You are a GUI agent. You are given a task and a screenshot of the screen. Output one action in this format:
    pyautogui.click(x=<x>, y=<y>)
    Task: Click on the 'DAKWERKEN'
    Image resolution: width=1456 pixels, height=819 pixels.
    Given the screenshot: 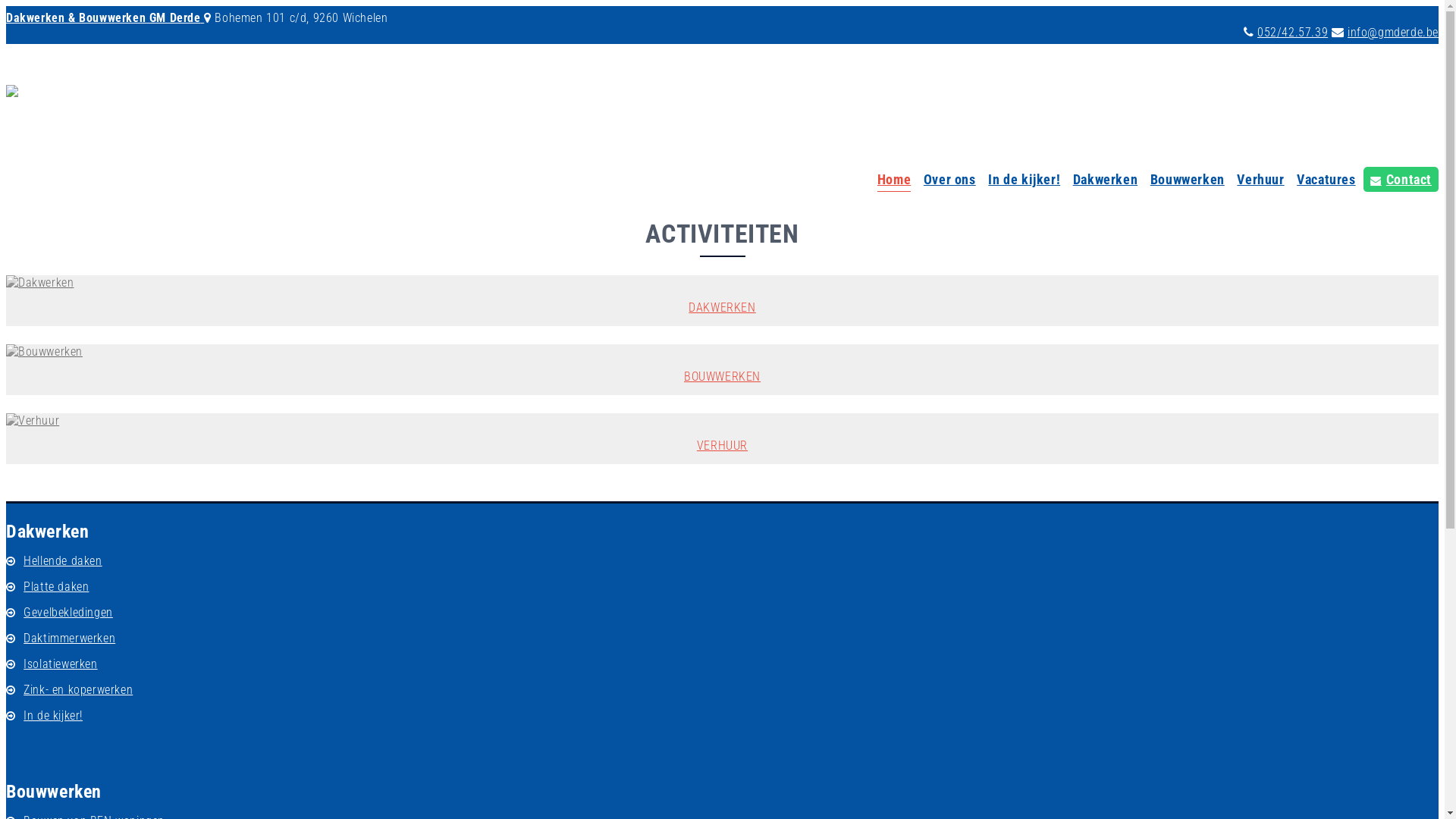 What is the action you would take?
    pyautogui.click(x=721, y=300)
    